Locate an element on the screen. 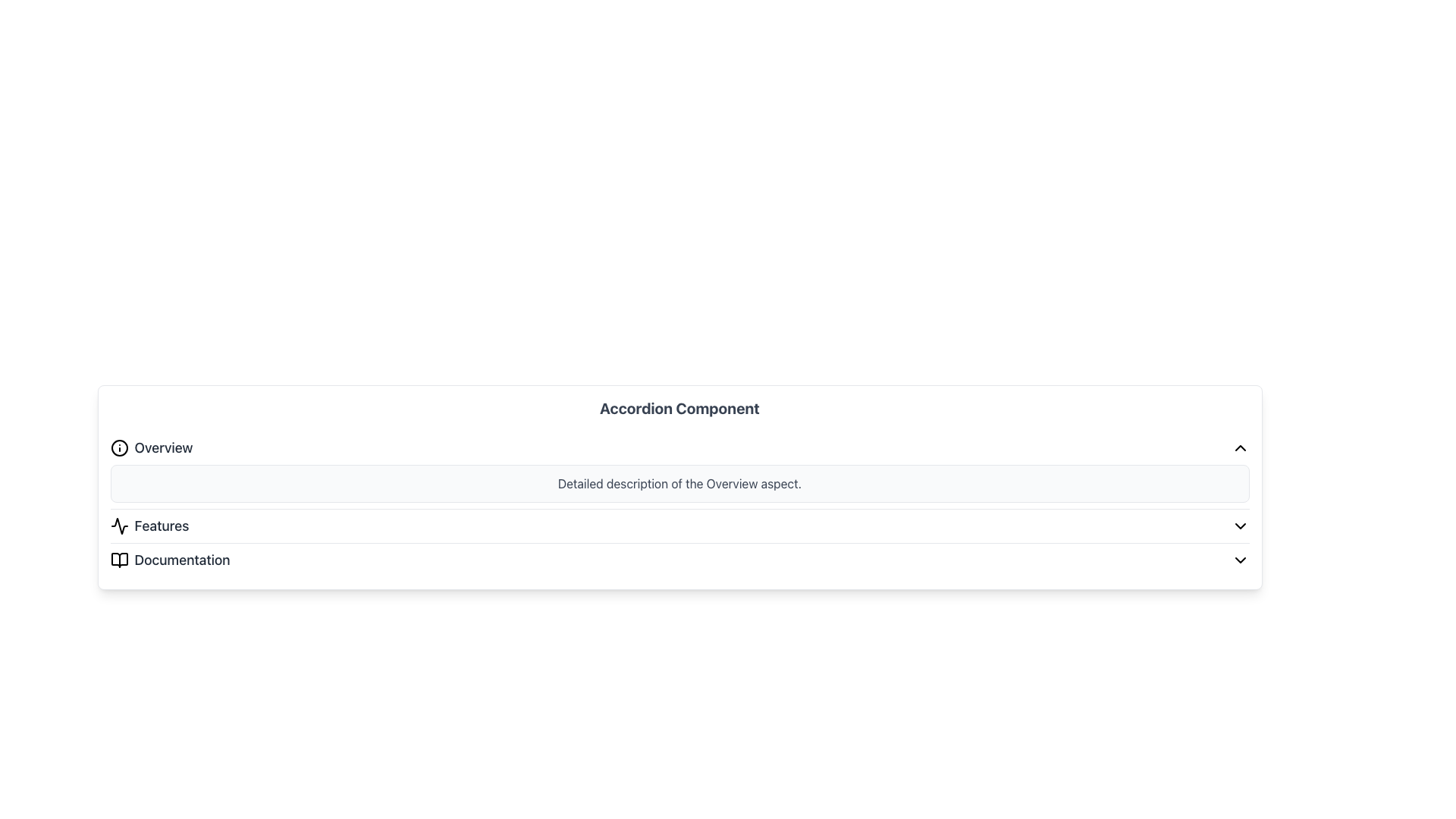 The width and height of the screenshot is (1456, 819). the Dropdown toggle icon, a small downward-pointing chevron outlined in black, located at the far right of the 'Features' row in the accordion menu is located at coordinates (1240, 526).